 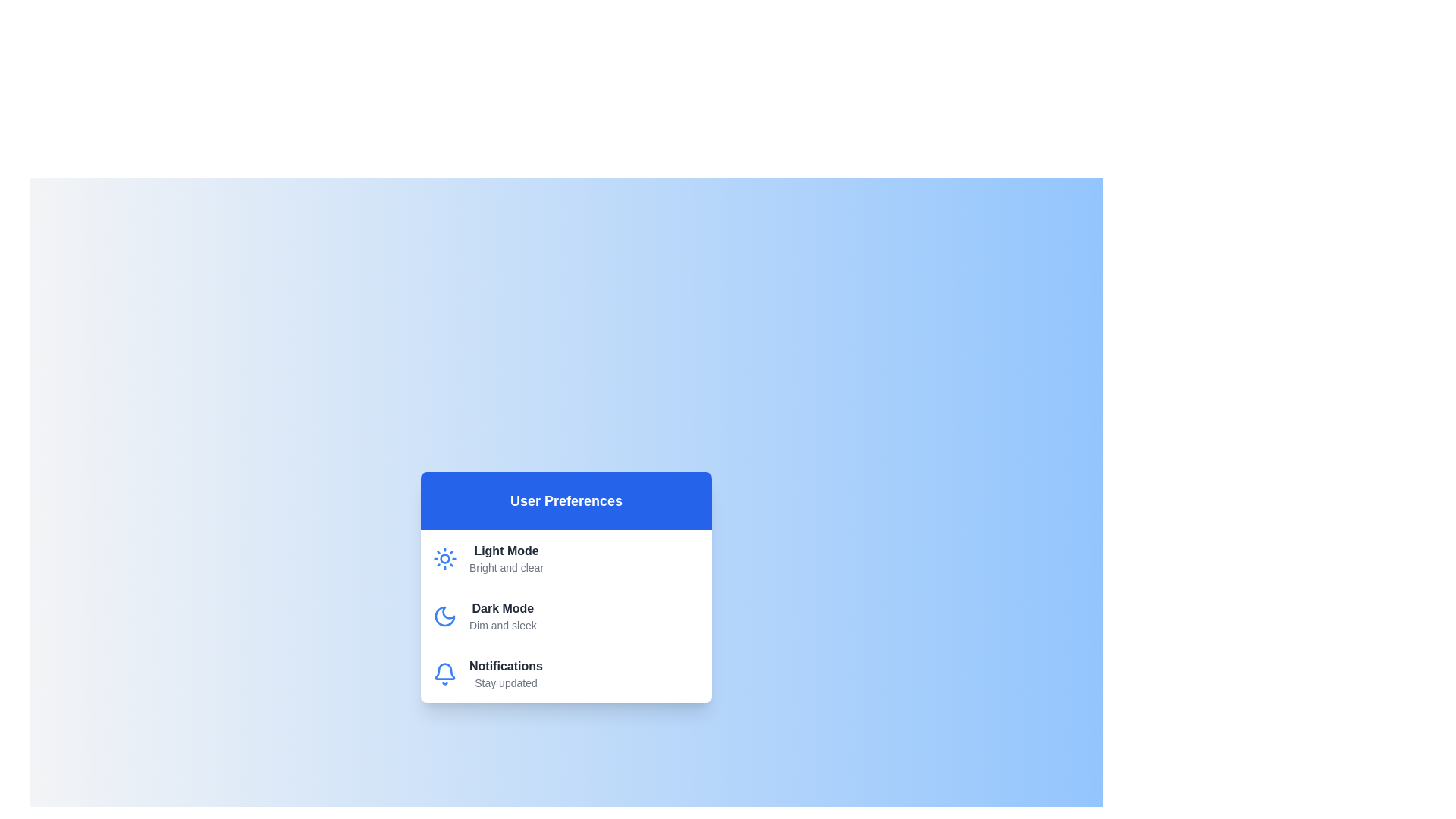 What do you see at coordinates (444, 673) in the screenshot?
I see `the icon for the theme Notifications to view it visually` at bounding box center [444, 673].